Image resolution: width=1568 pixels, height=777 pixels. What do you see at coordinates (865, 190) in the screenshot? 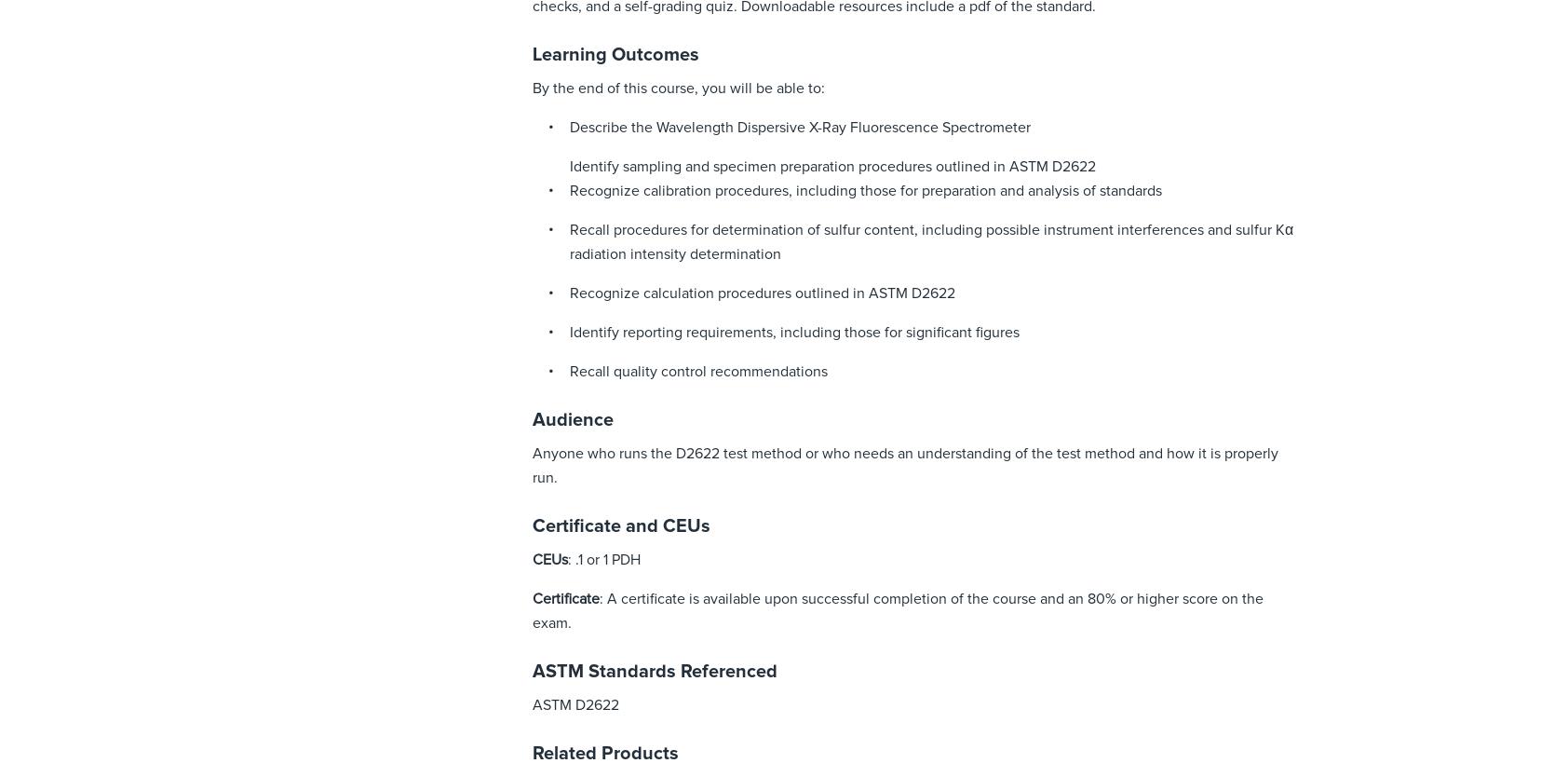
I see `'Recognize calibration procedures, including those for preparation and
analysis of standards'` at bounding box center [865, 190].